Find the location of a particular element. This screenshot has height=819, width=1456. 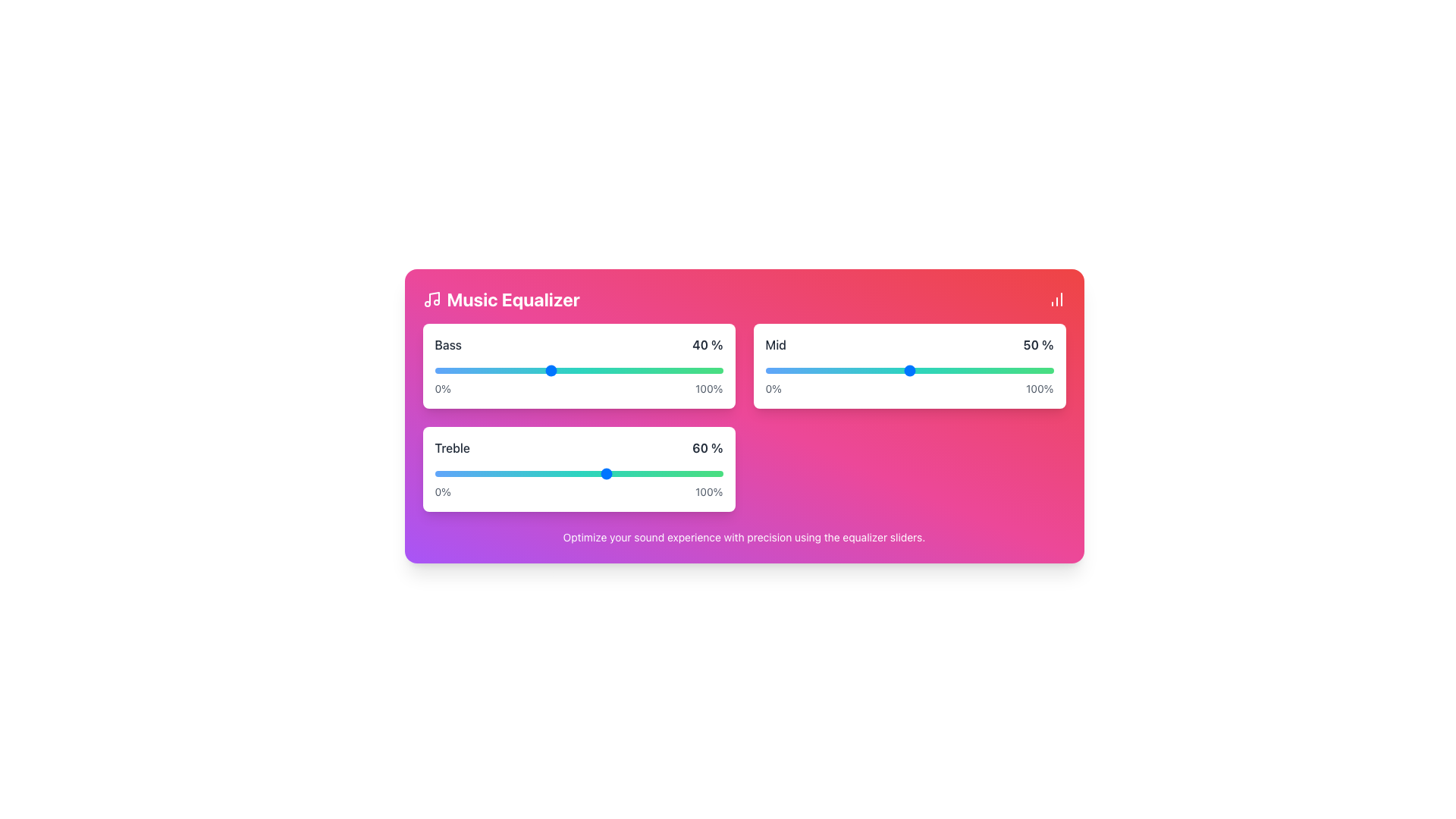

the leftmost icon representing the 'Music Equalizer' functionality in the header section is located at coordinates (431, 299).